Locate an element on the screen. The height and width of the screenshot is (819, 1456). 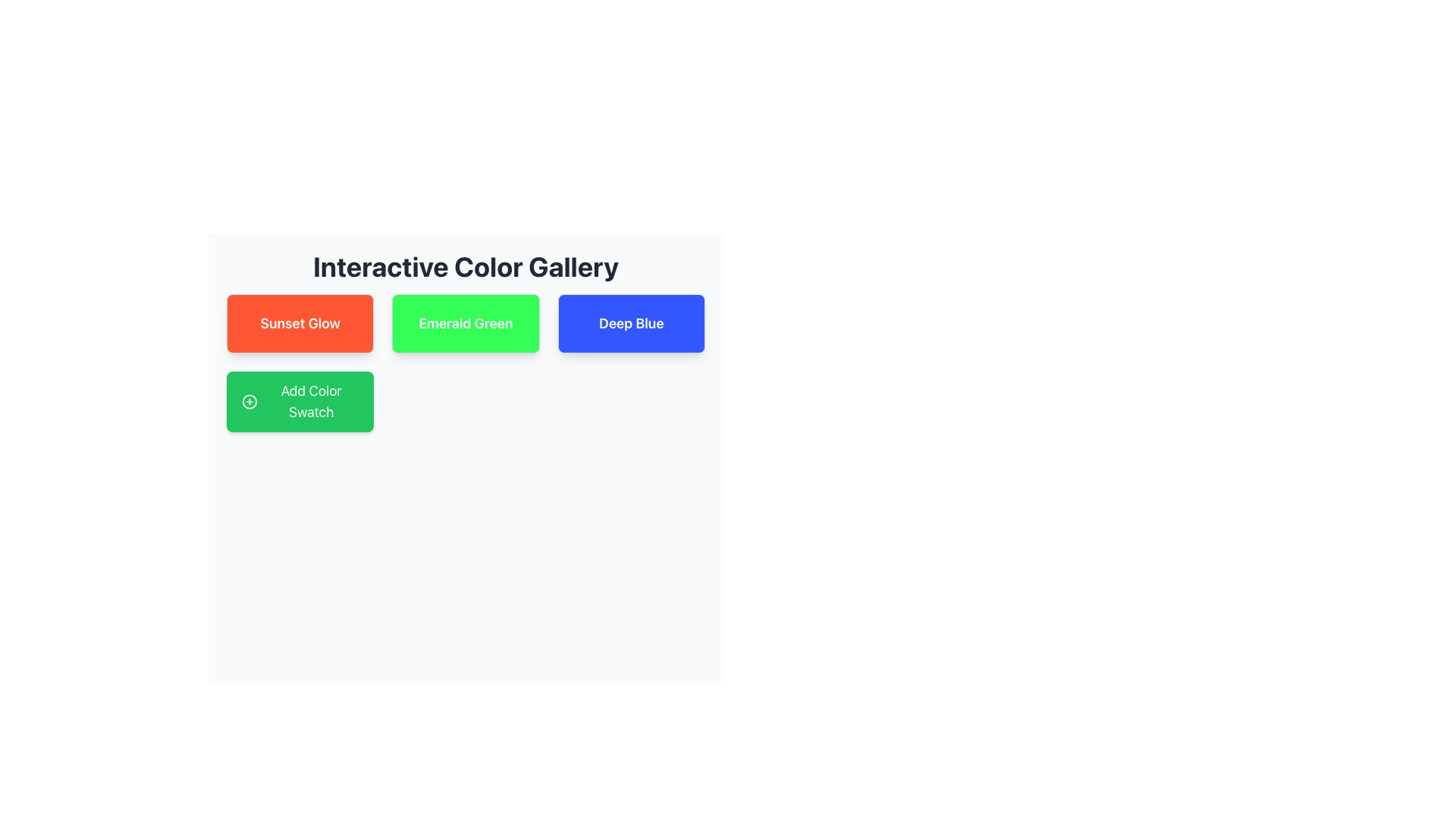
the text content of the 'Emerald Green' color swatch label, which is centrally placed within a rounded rectangle in the middle of the color swatch row is located at coordinates (465, 323).